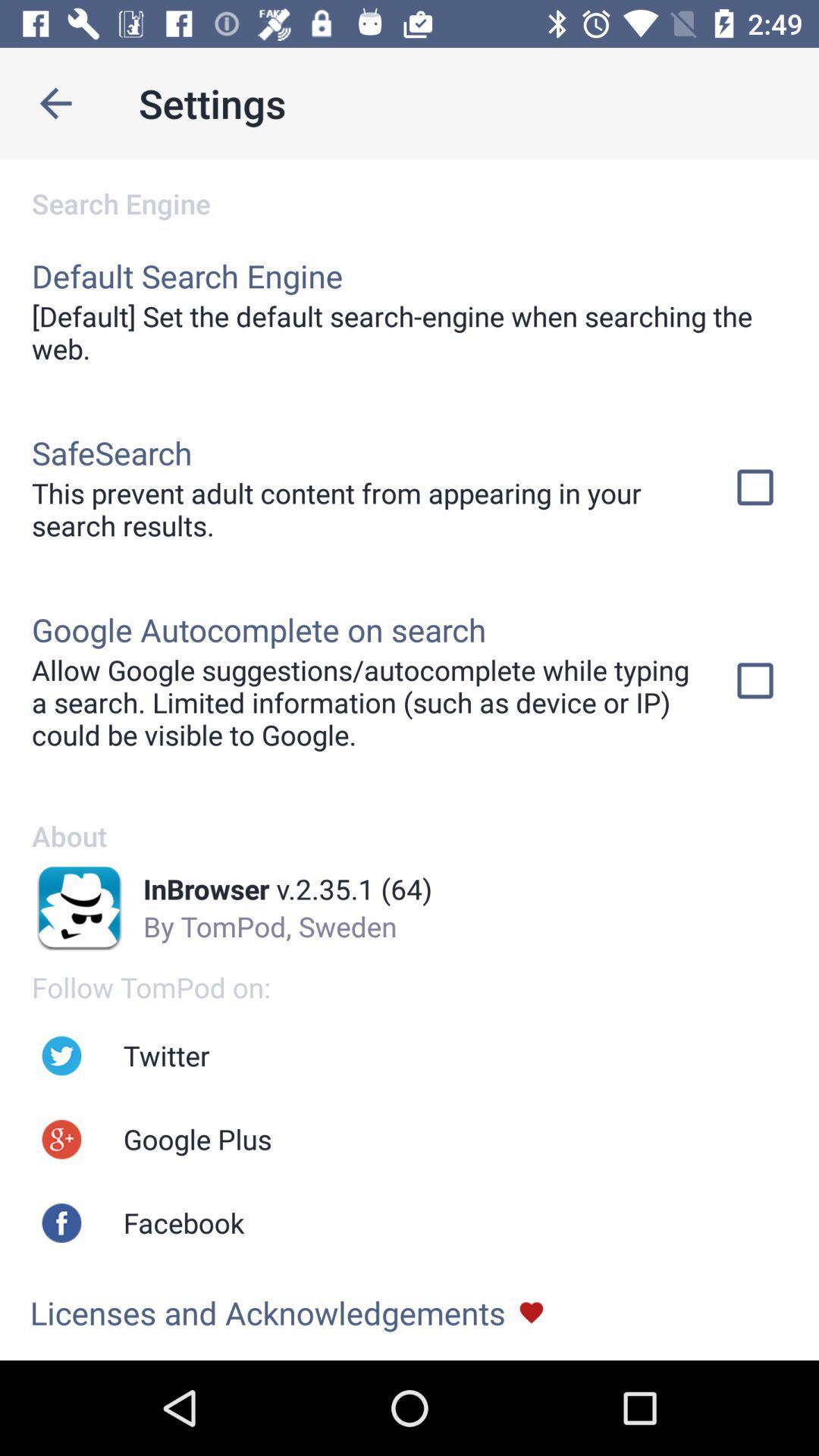 This screenshot has width=819, height=1456. Describe the element at coordinates (287, 889) in the screenshot. I see `the app above the by tompod, sweden item` at that location.